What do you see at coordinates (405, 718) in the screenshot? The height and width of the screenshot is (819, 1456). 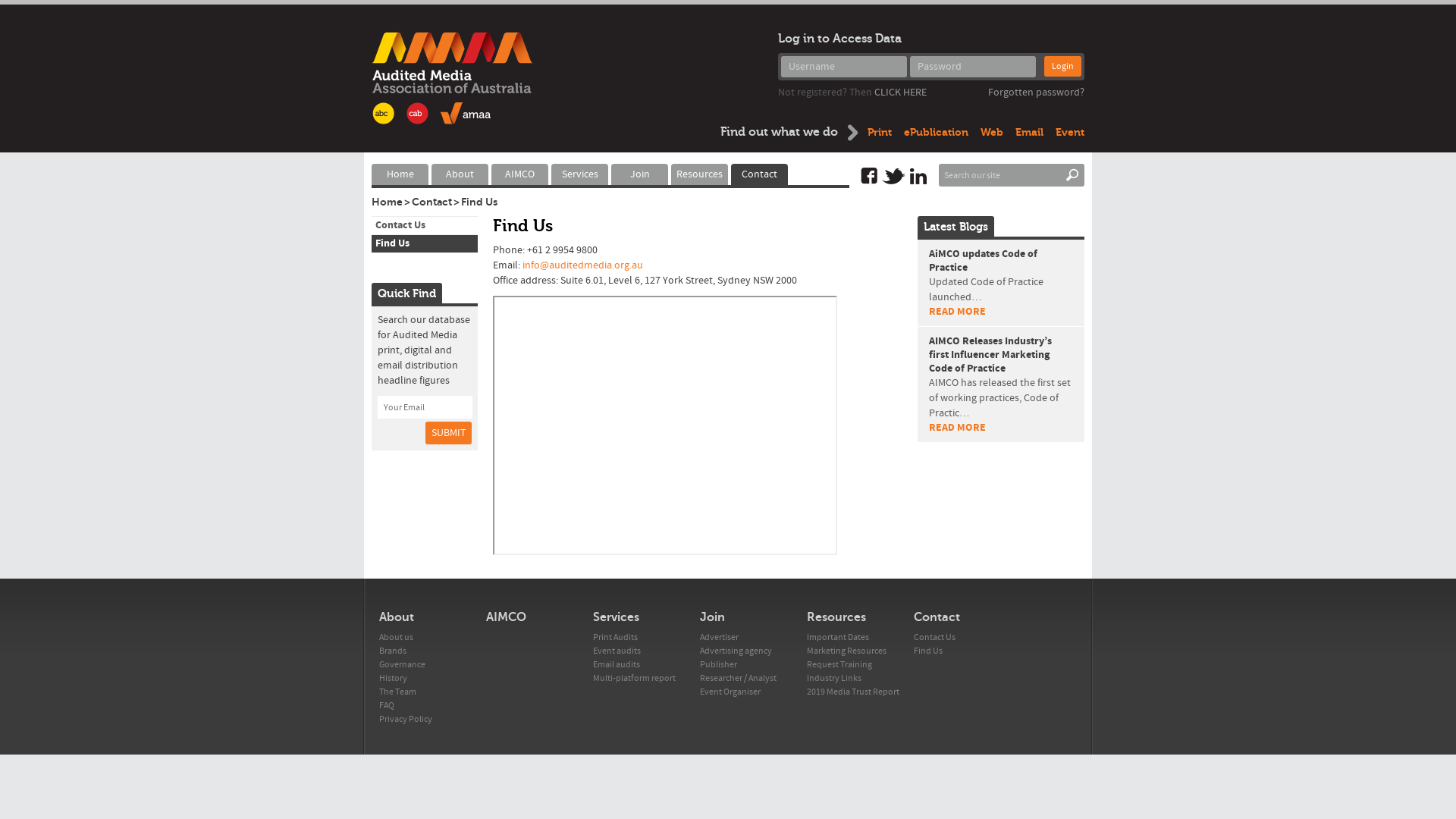 I see `'Privacy Policy'` at bounding box center [405, 718].